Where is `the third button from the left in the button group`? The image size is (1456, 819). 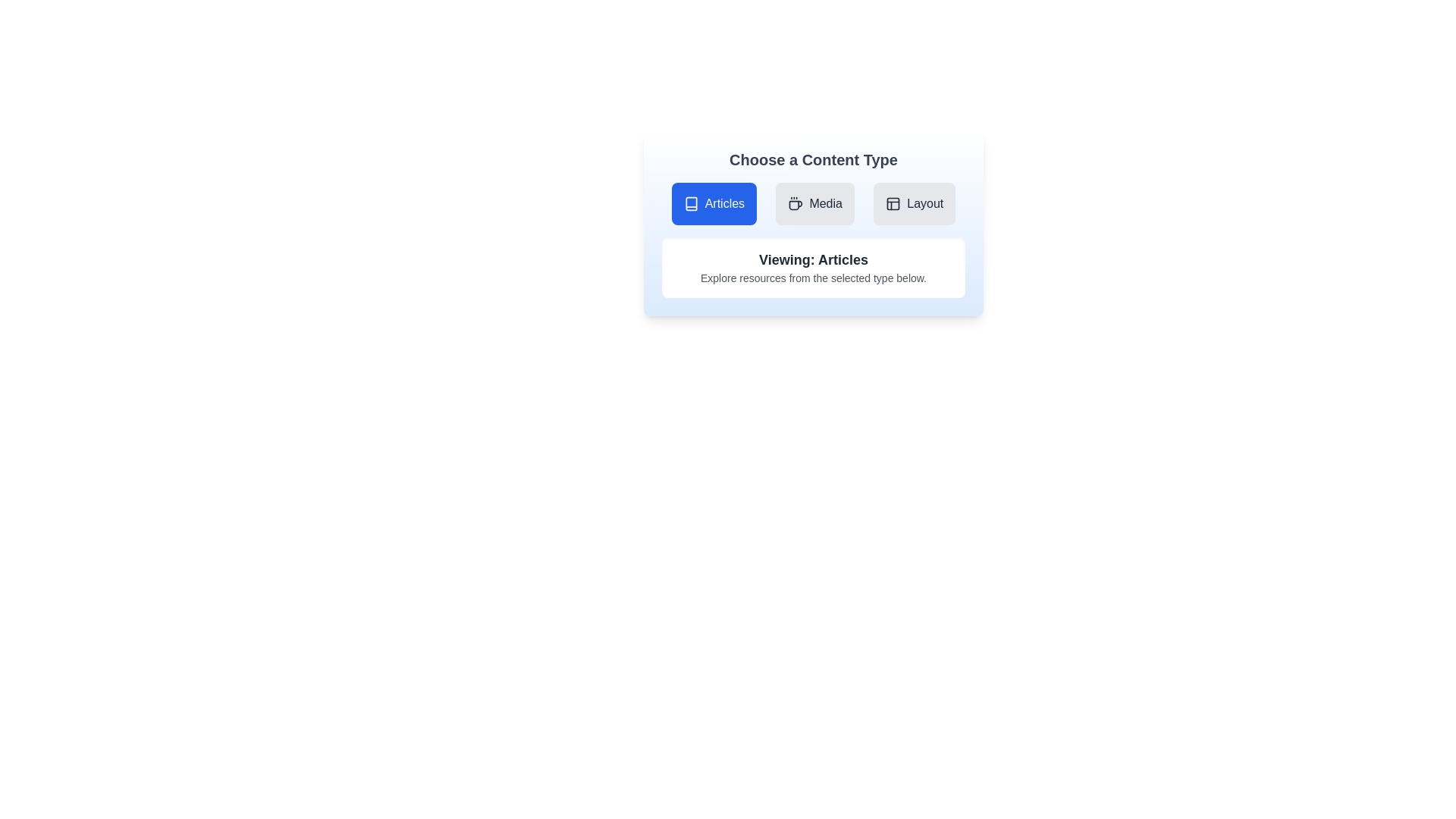
the third button from the left in the button group is located at coordinates (914, 203).